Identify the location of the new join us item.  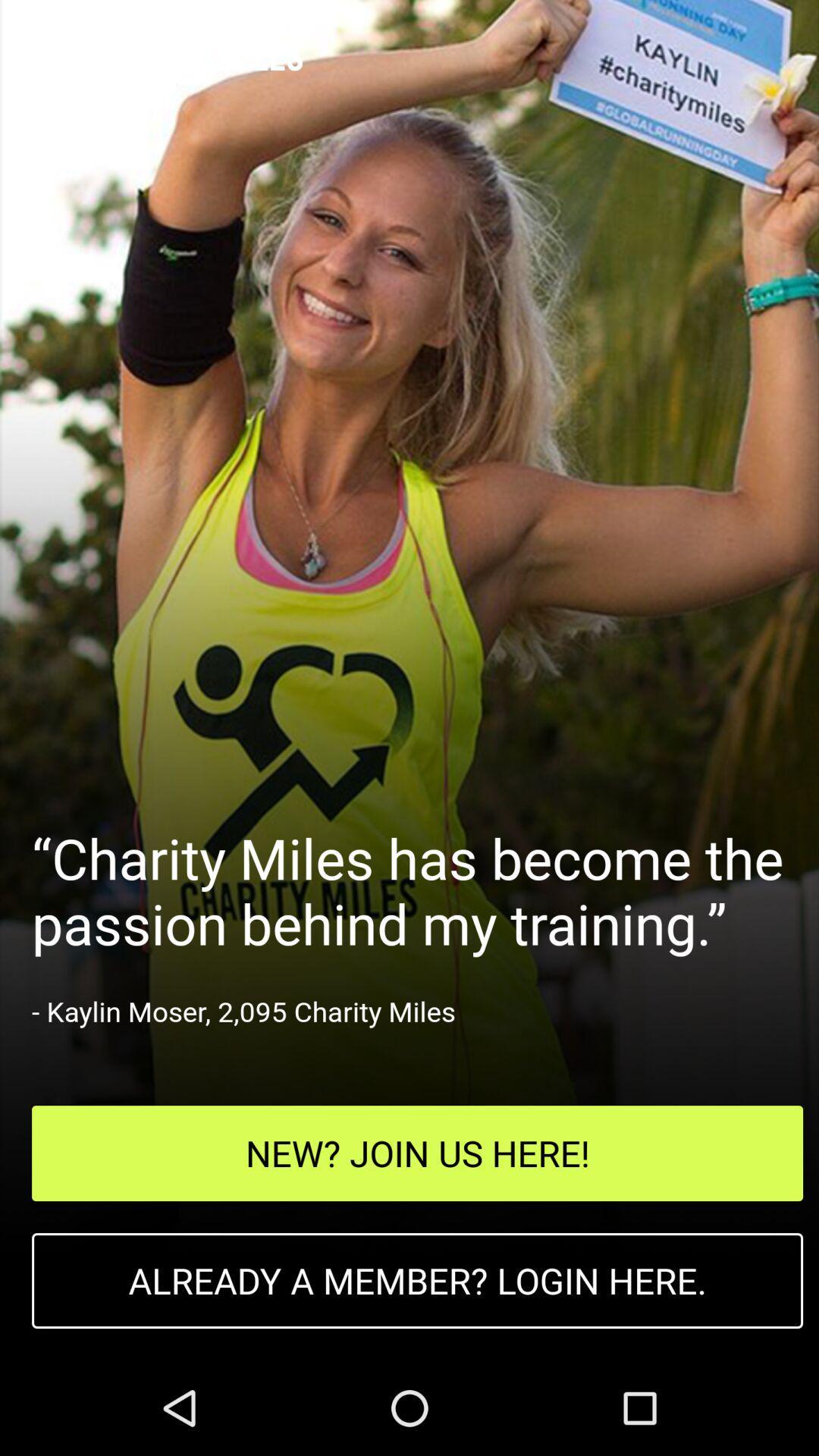
(417, 1153).